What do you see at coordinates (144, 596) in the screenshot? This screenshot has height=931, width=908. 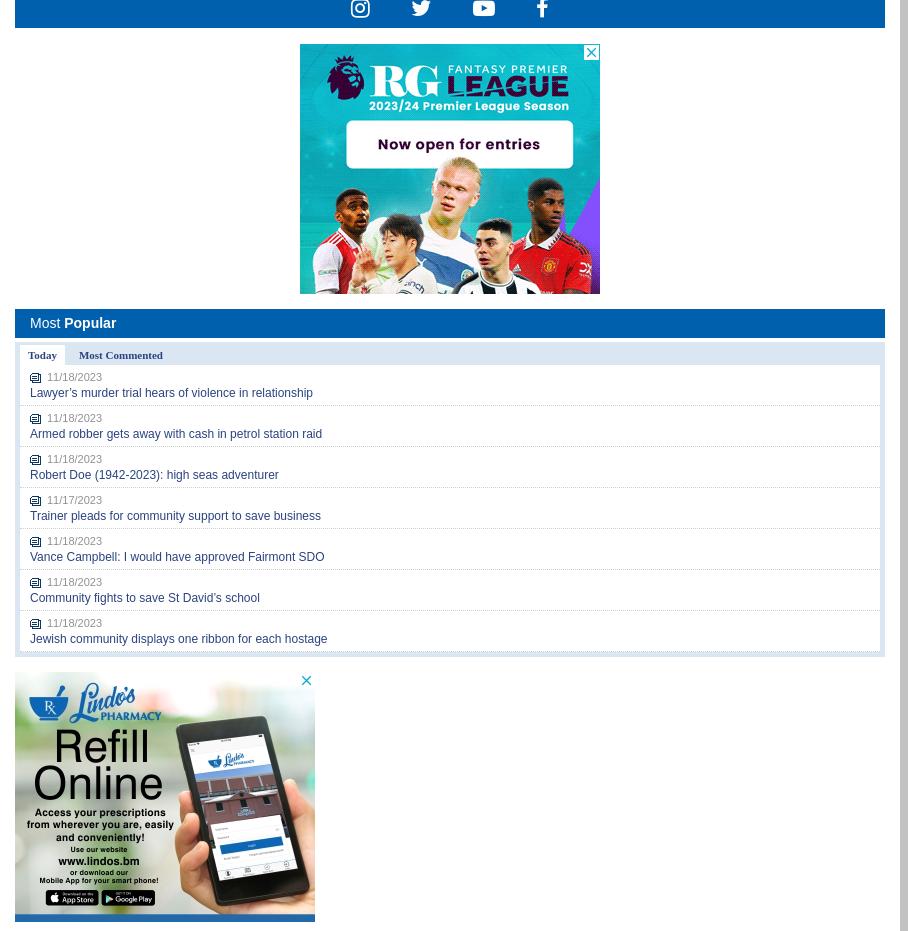 I see `'Community fights to save St David’s school'` at bounding box center [144, 596].